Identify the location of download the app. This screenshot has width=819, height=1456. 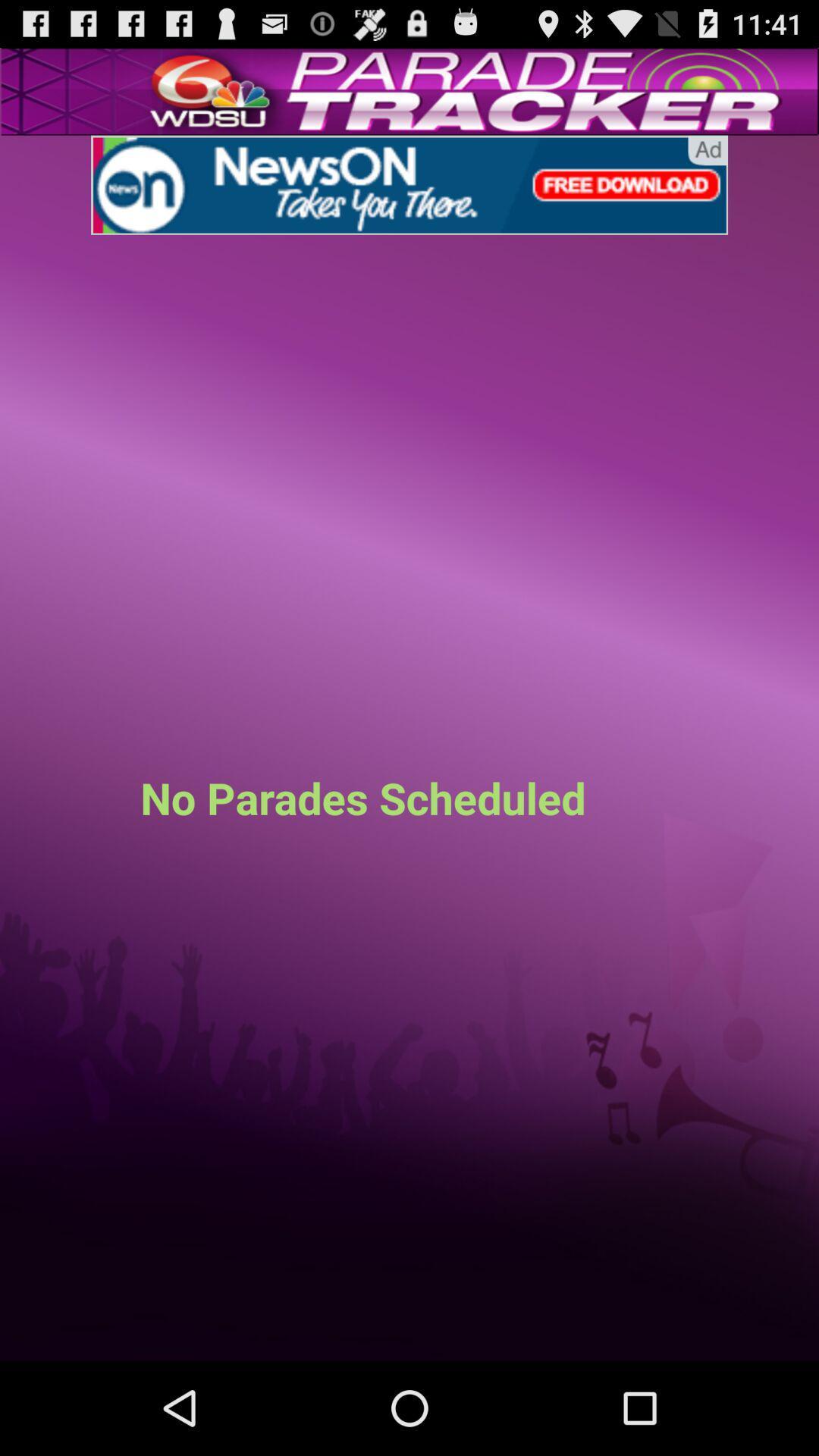
(409, 184).